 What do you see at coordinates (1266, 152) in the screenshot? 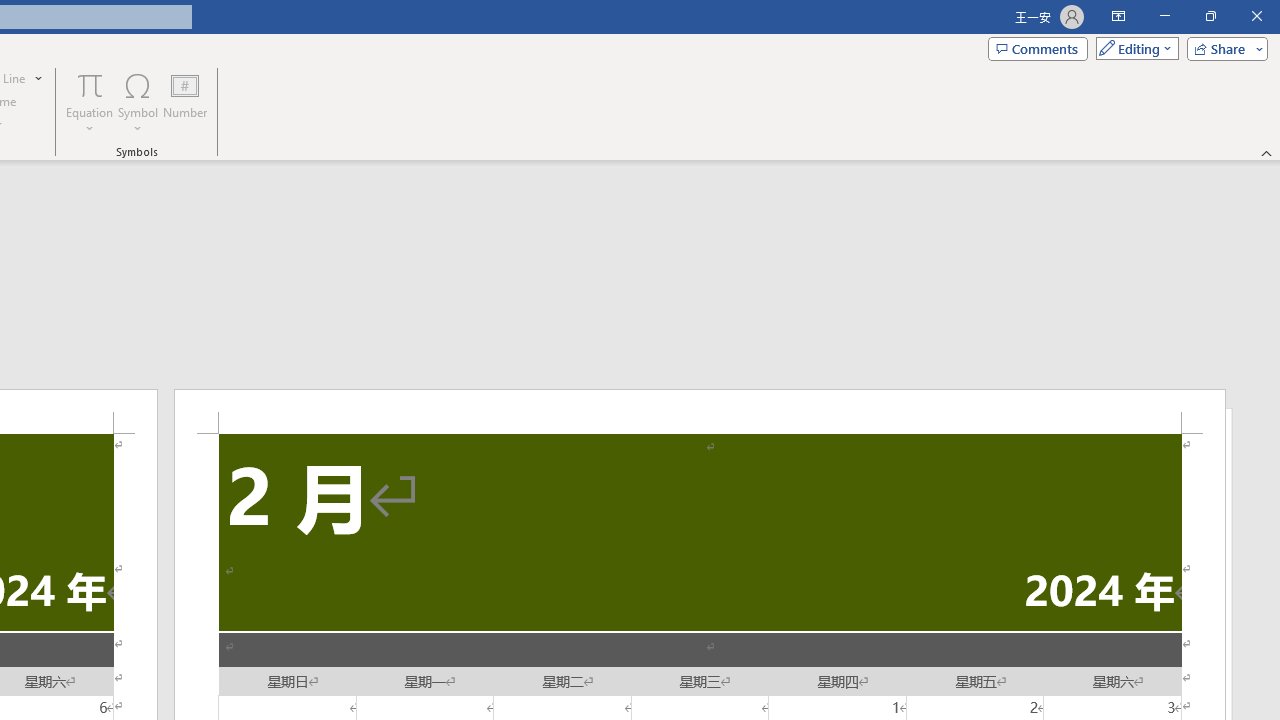
I see `'Collapse the Ribbon'` at bounding box center [1266, 152].